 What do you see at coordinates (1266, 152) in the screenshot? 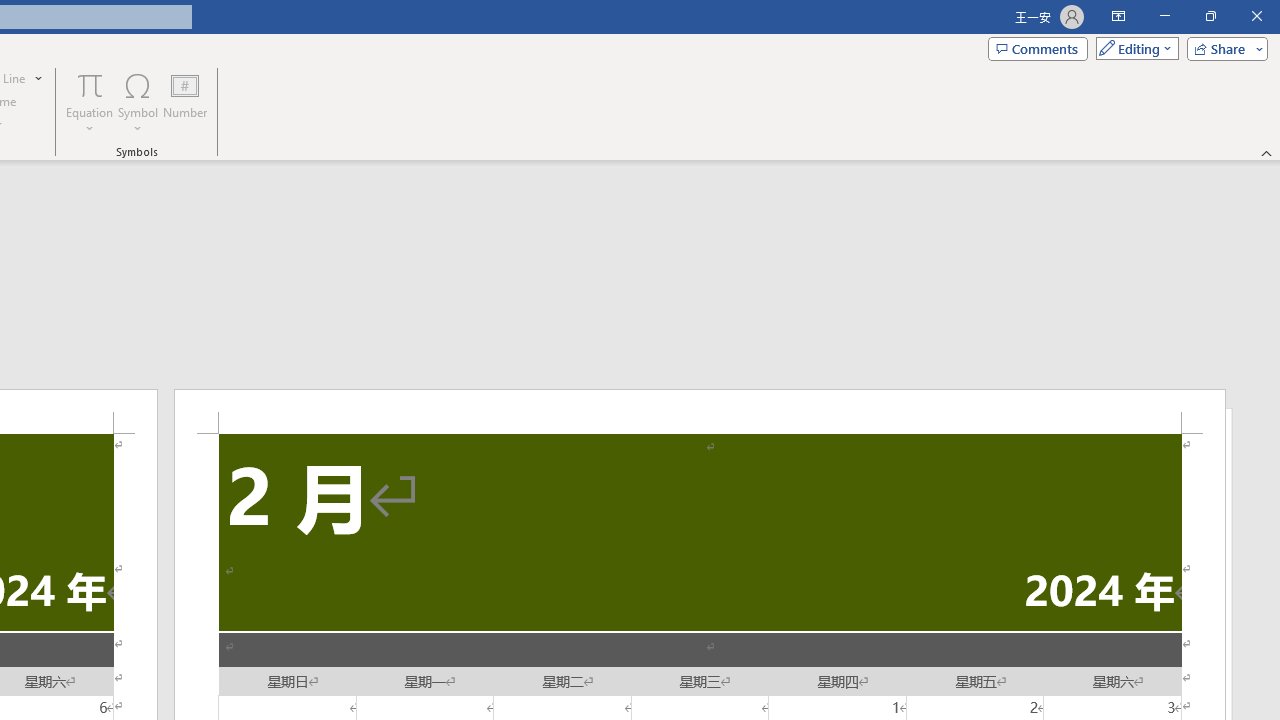
I see `'Collapse the Ribbon'` at bounding box center [1266, 152].